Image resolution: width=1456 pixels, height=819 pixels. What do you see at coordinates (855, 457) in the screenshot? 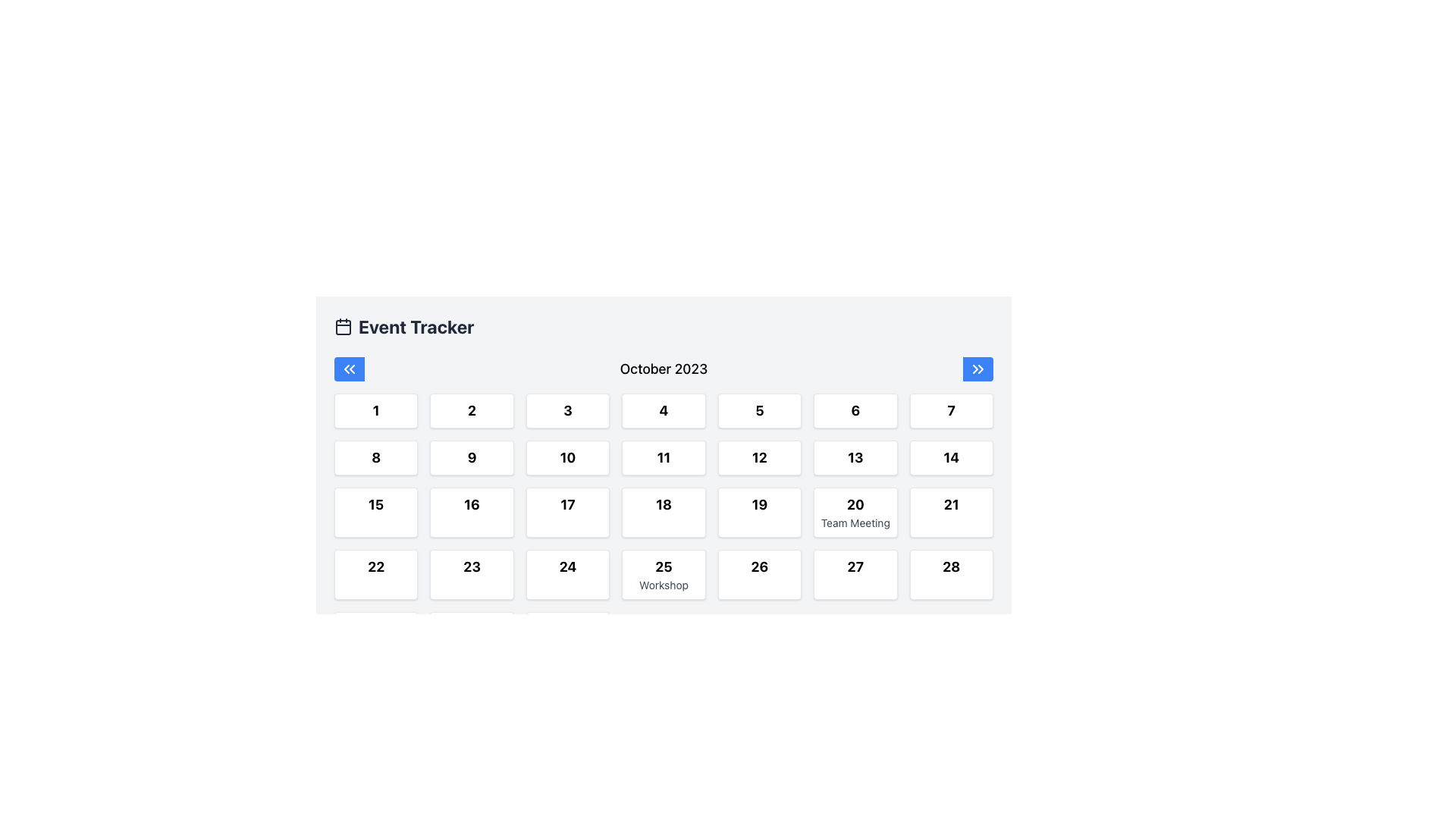
I see `the non-interactive Text Label representing a day in the calendar interface located in the second row and seventh column of the grid` at bounding box center [855, 457].